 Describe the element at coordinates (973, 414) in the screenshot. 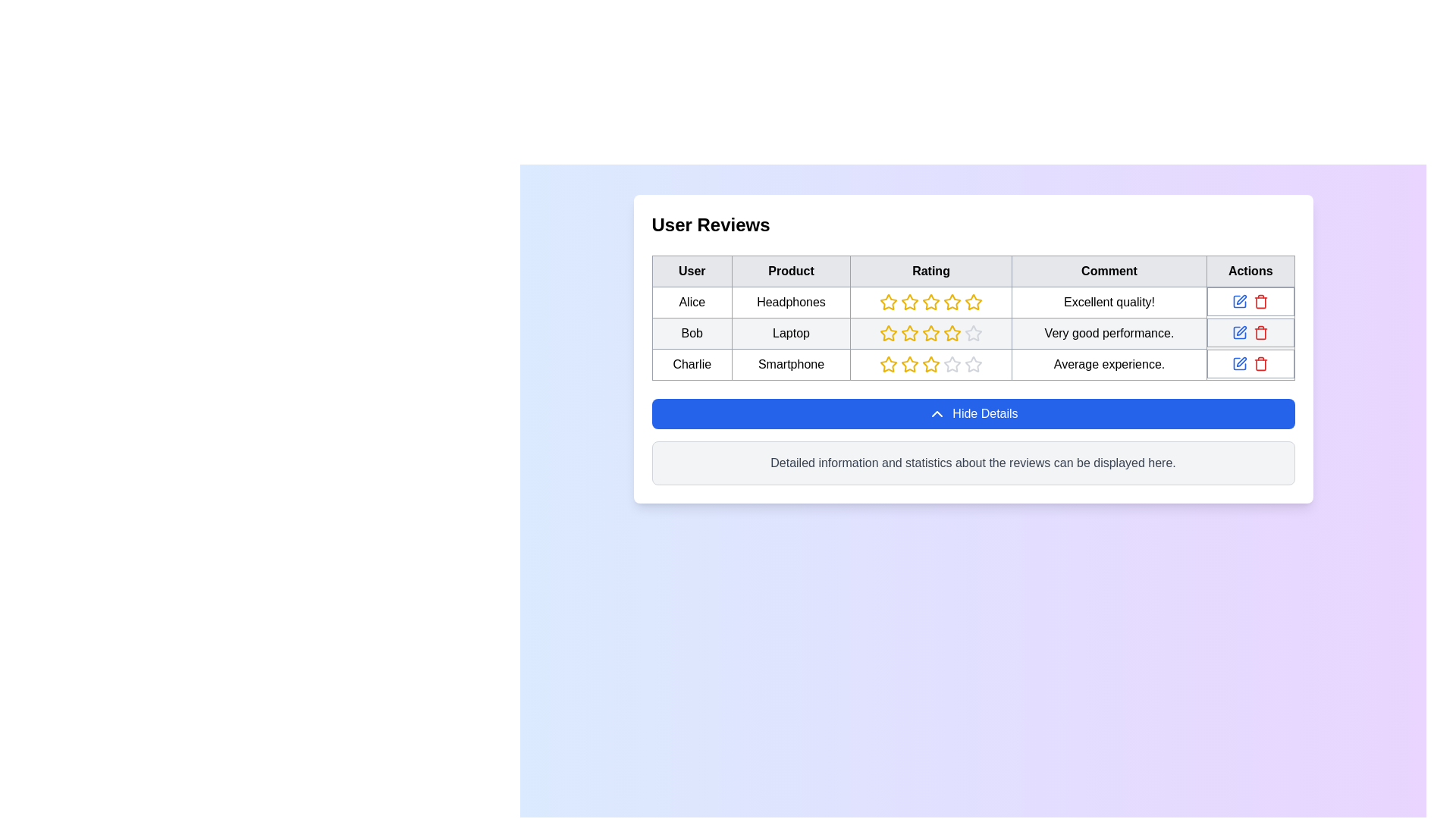

I see `the button that toggles the visibility of additional review details, located centrally below the 'User Reviews' table and above the grey background section, for accessibility navigation` at that location.